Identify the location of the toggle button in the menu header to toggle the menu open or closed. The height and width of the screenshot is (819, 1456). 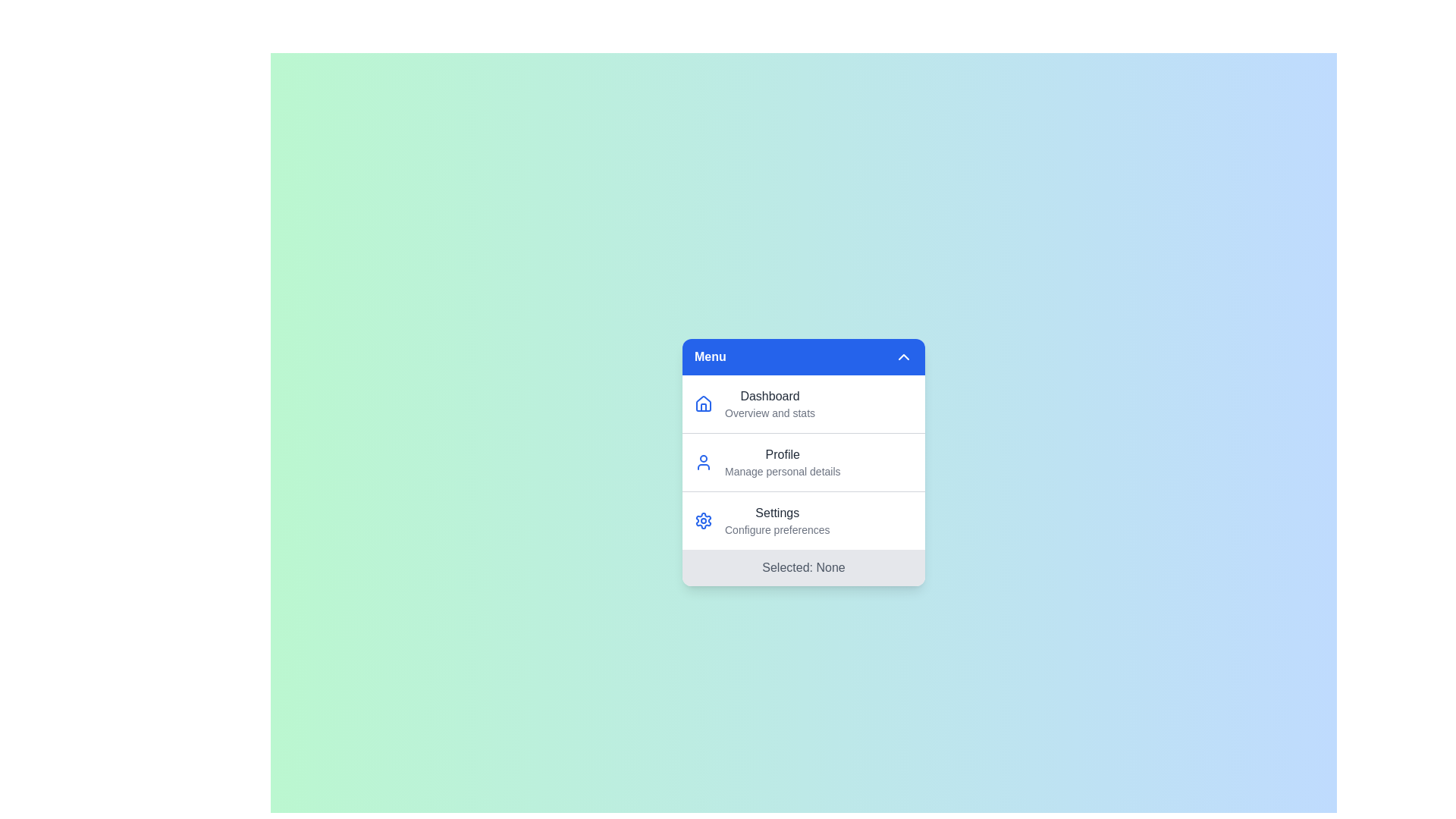
(903, 356).